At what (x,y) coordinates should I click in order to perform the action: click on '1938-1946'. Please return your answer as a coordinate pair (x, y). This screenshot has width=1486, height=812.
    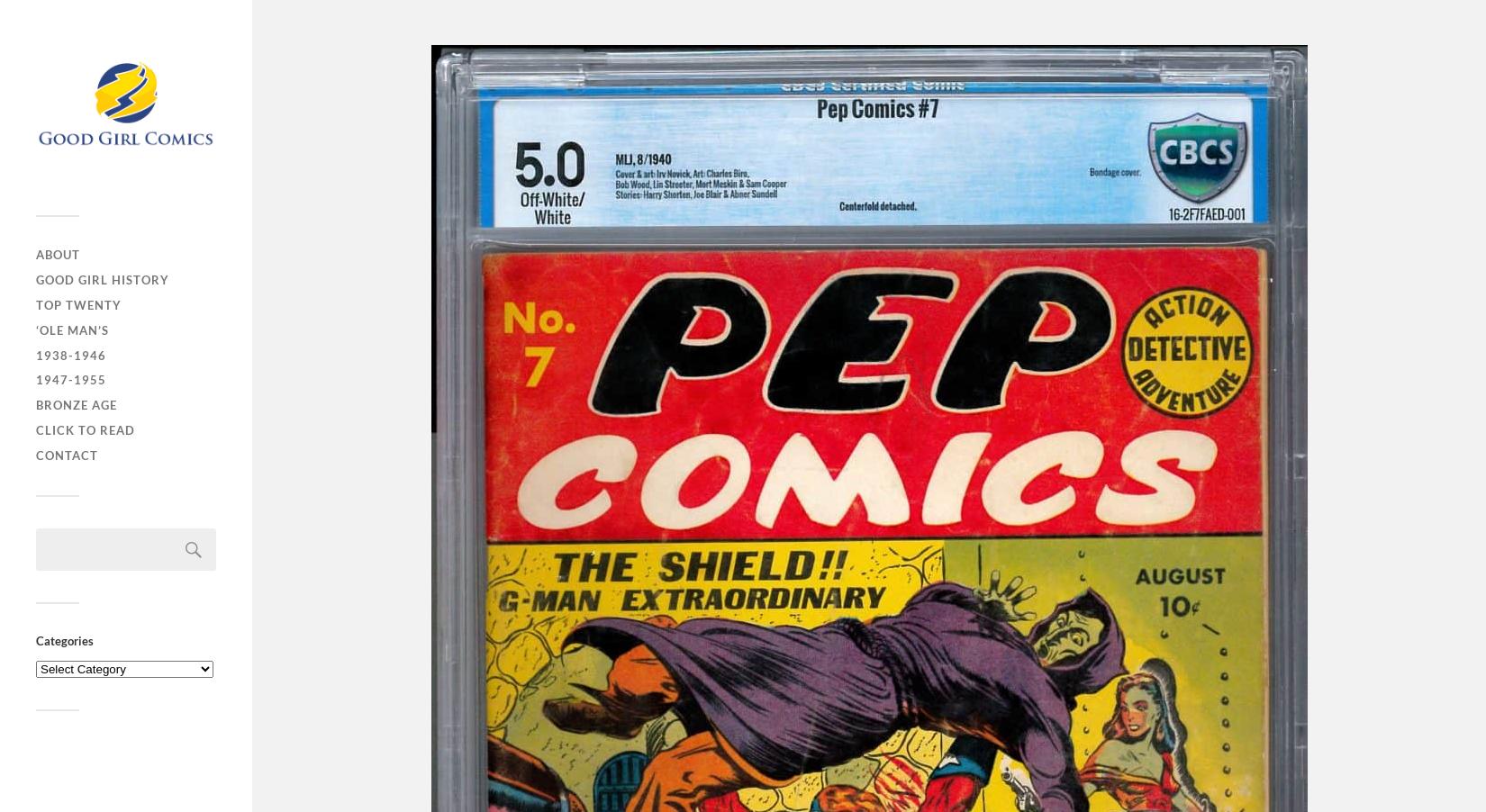
    Looking at the image, I should click on (71, 354).